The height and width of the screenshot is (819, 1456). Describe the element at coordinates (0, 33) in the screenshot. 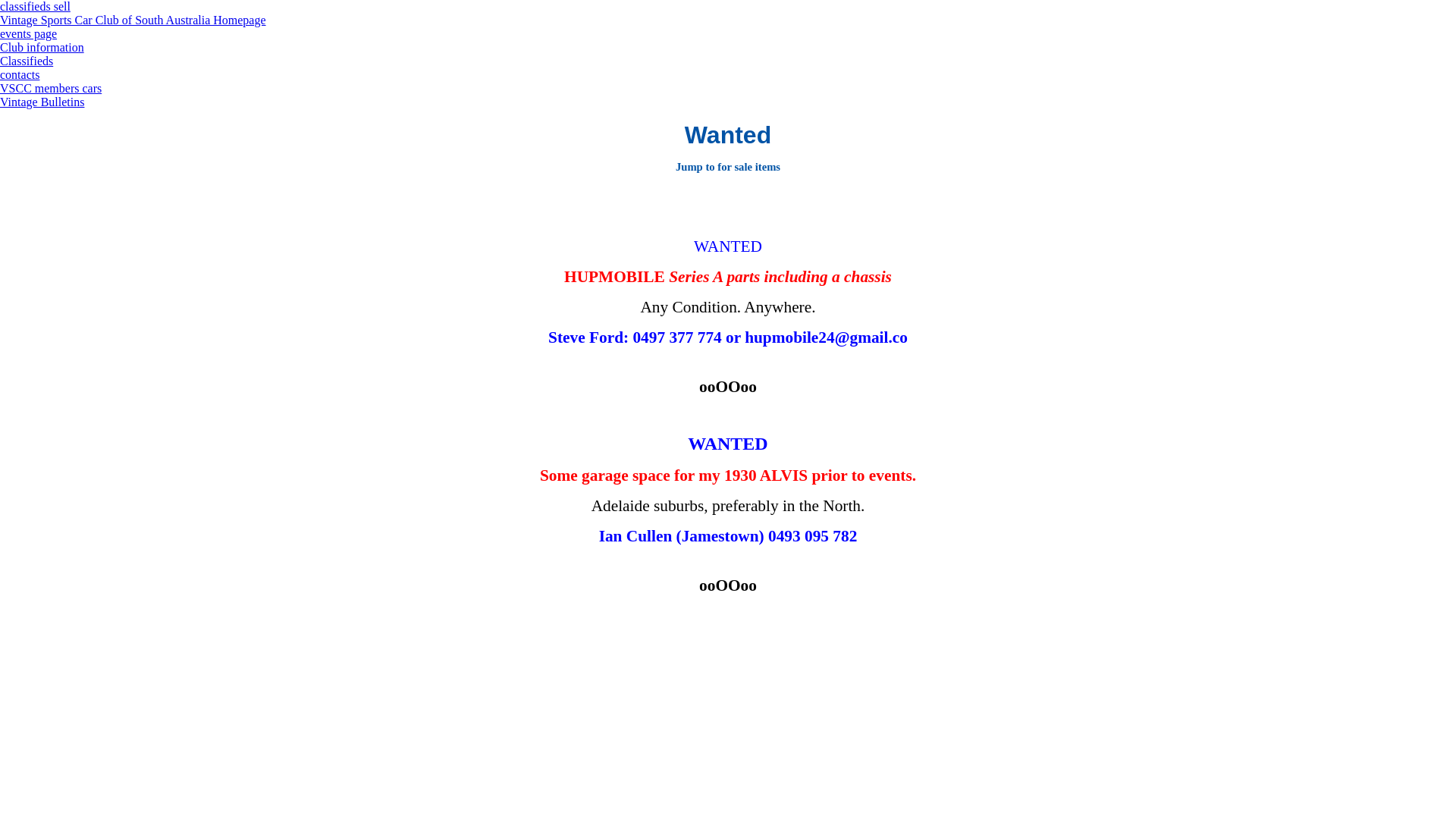

I see `'events page'` at that location.